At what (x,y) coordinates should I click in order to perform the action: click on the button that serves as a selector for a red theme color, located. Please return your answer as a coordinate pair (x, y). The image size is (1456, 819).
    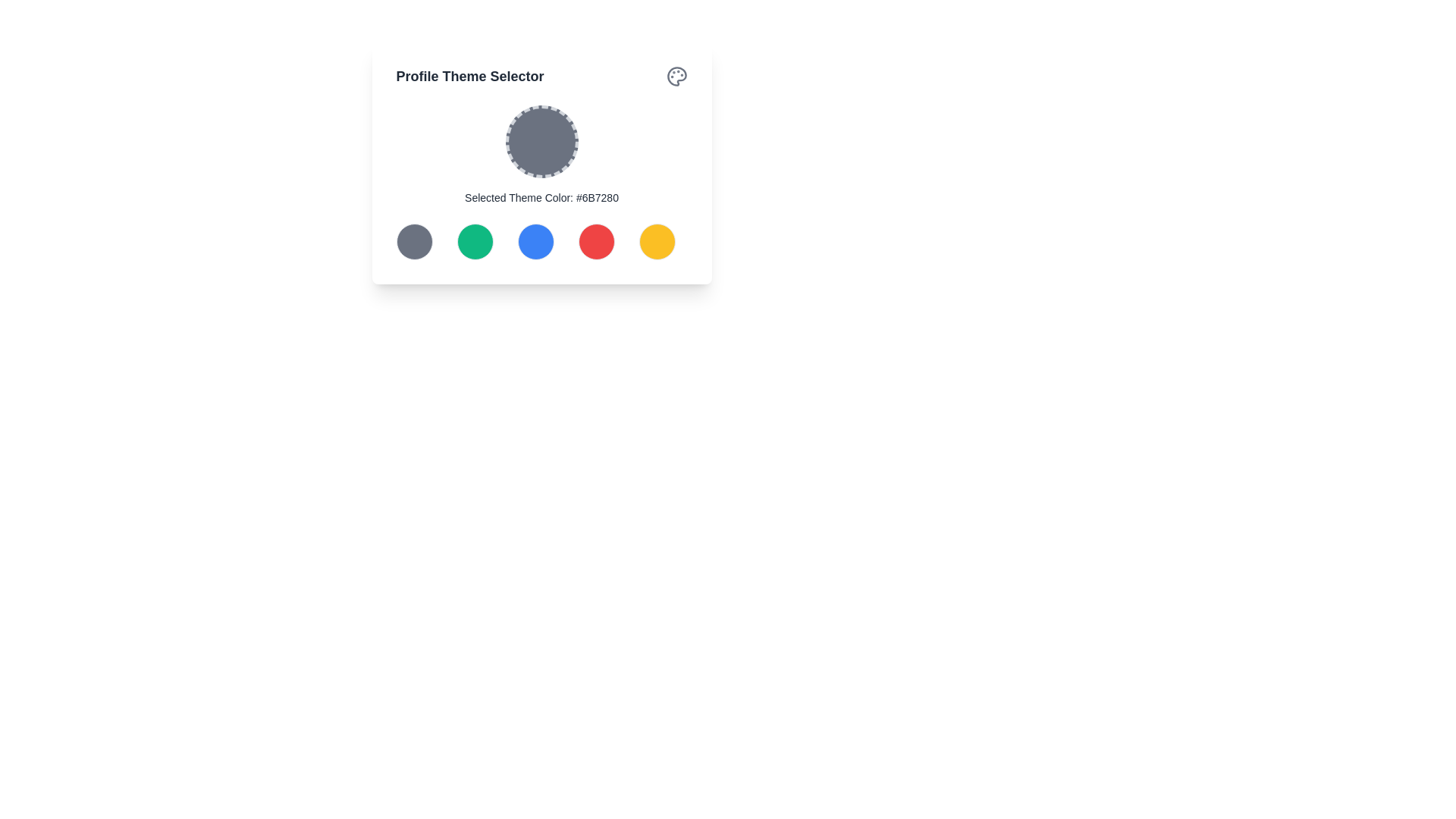
    Looking at the image, I should click on (595, 241).